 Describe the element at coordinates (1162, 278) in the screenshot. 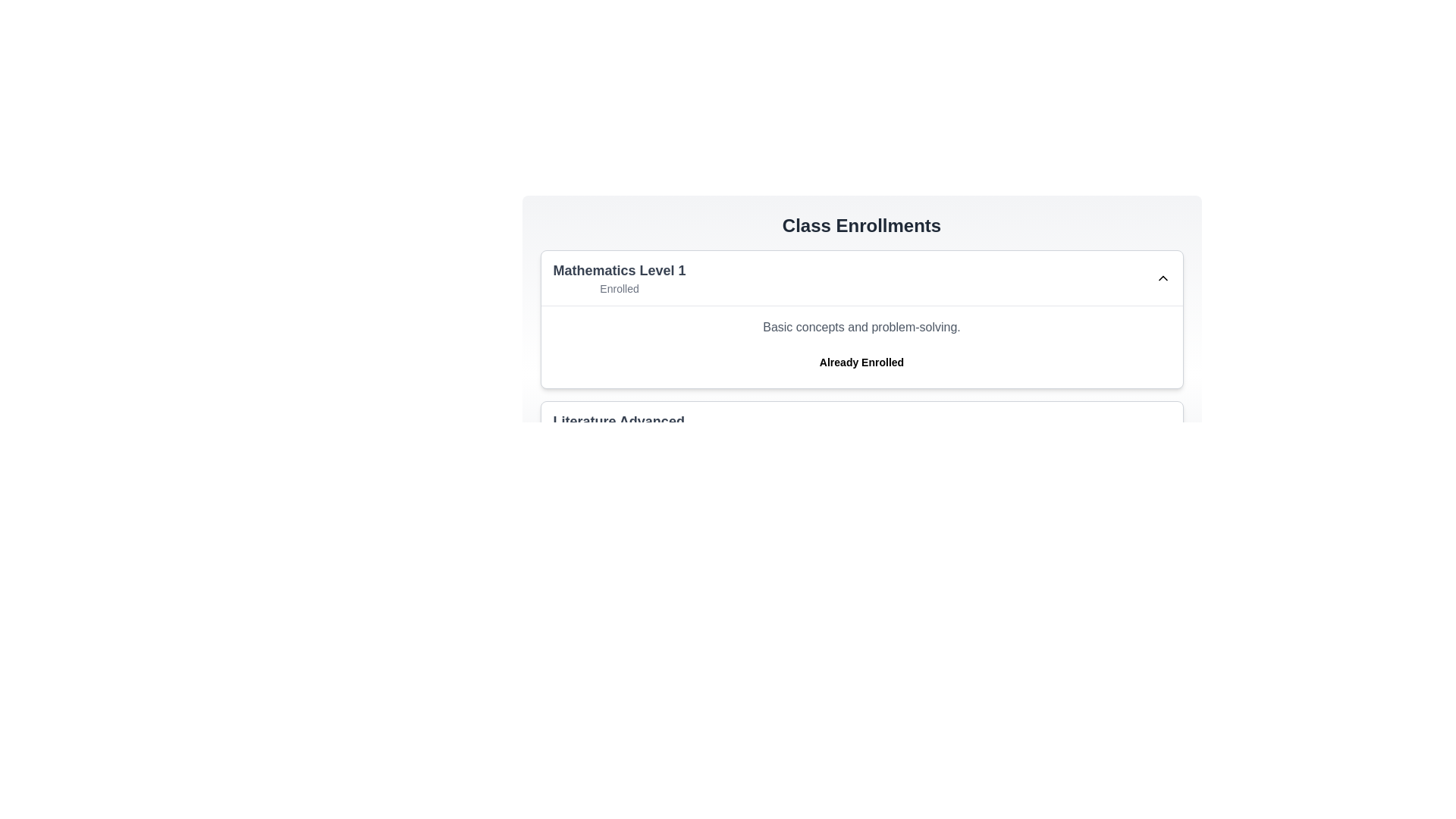

I see `the upward-pointing chevron-style icon in the top-right corner of the 'Mathematics Level 1 Enrolled' section` at that location.